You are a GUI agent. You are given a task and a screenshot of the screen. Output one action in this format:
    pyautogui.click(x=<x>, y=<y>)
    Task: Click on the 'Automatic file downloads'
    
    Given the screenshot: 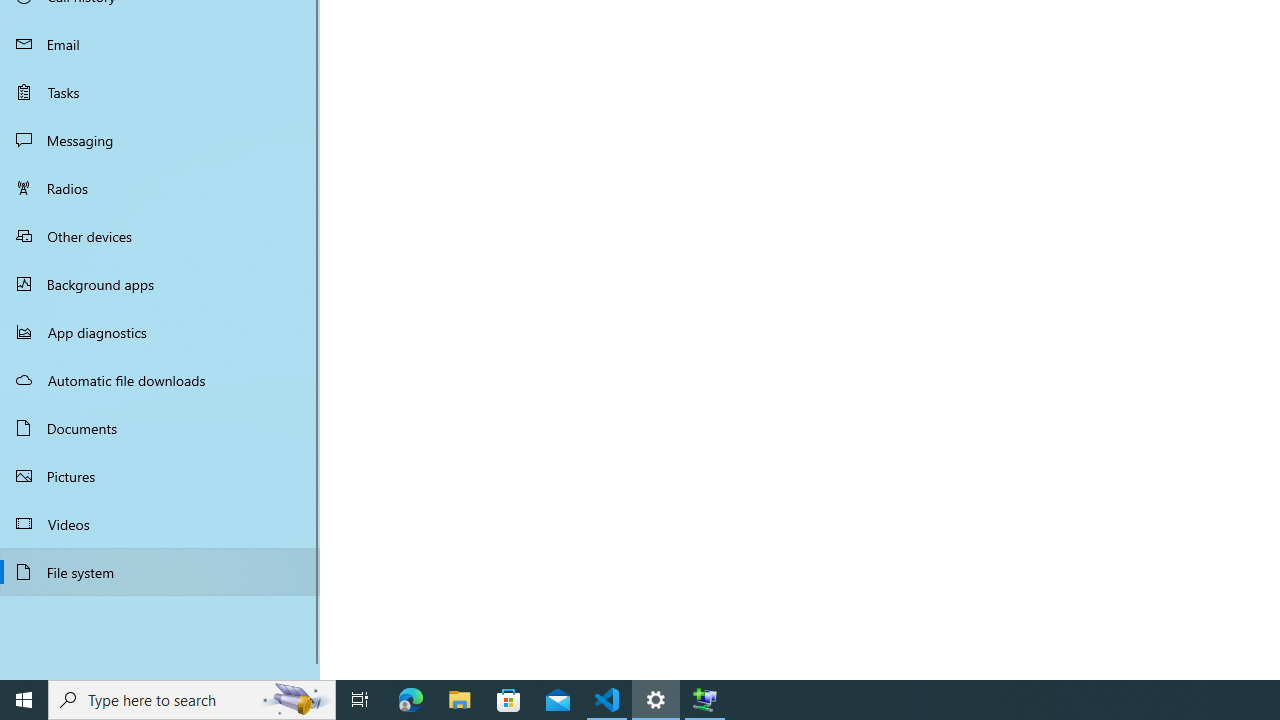 What is the action you would take?
    pyautogui.click(x=160, y=379)
    